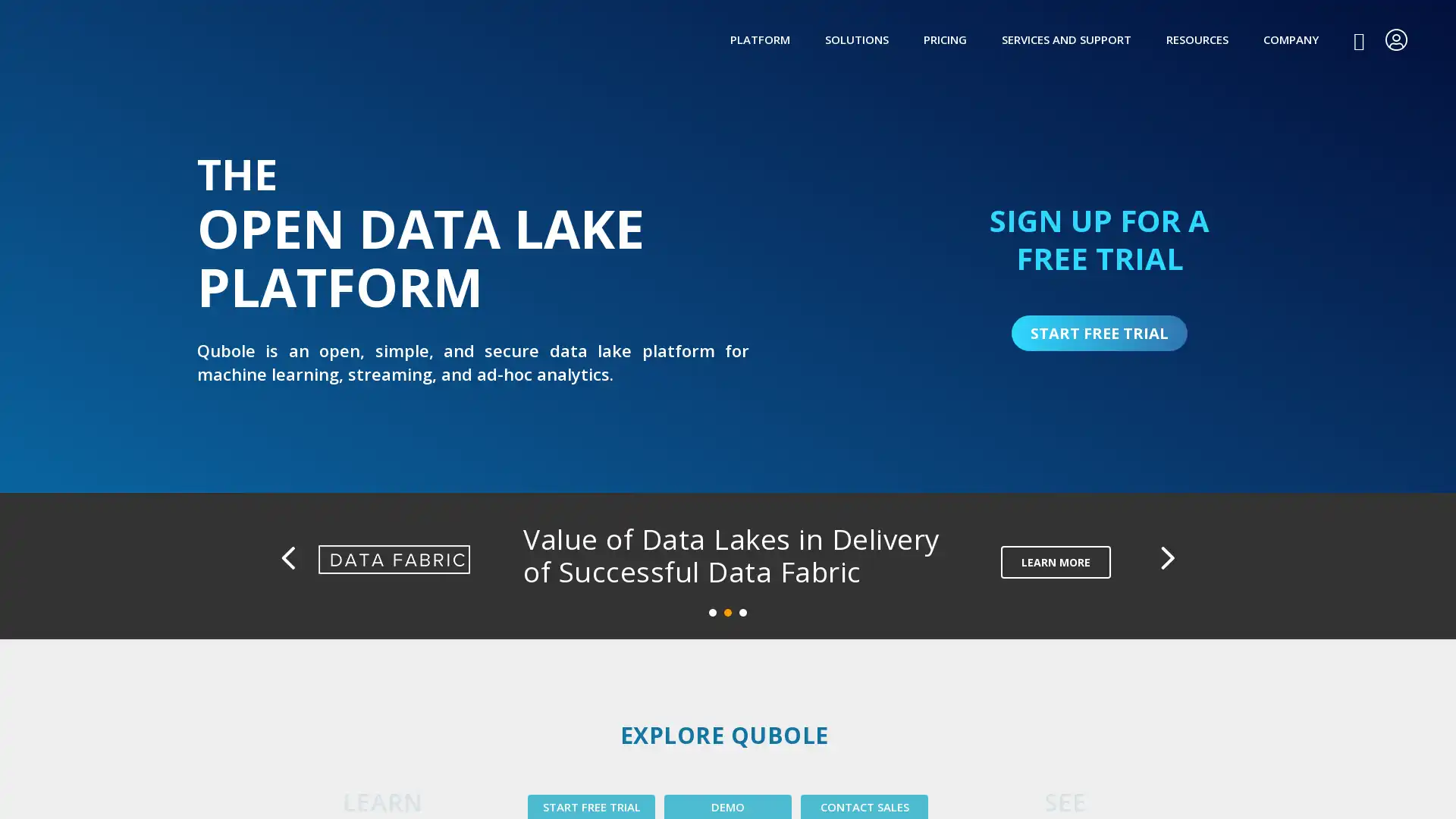 The image size is (1456, 819). Describe the element at coordinates (1169, 788) in the screenshot. I see `Accept All Cookies` at that location.